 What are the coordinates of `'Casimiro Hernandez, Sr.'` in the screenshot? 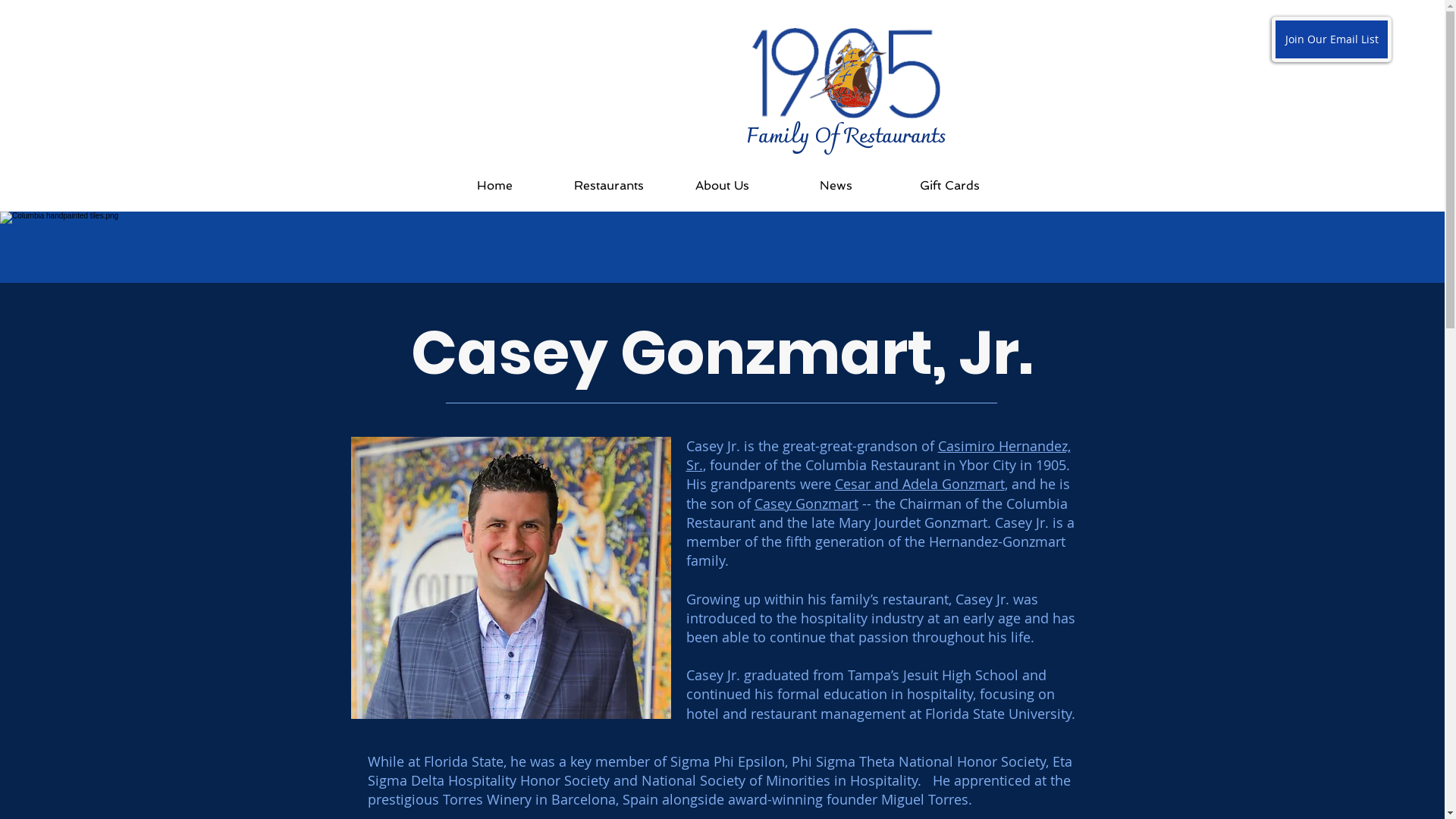 It's located at (877, 454).